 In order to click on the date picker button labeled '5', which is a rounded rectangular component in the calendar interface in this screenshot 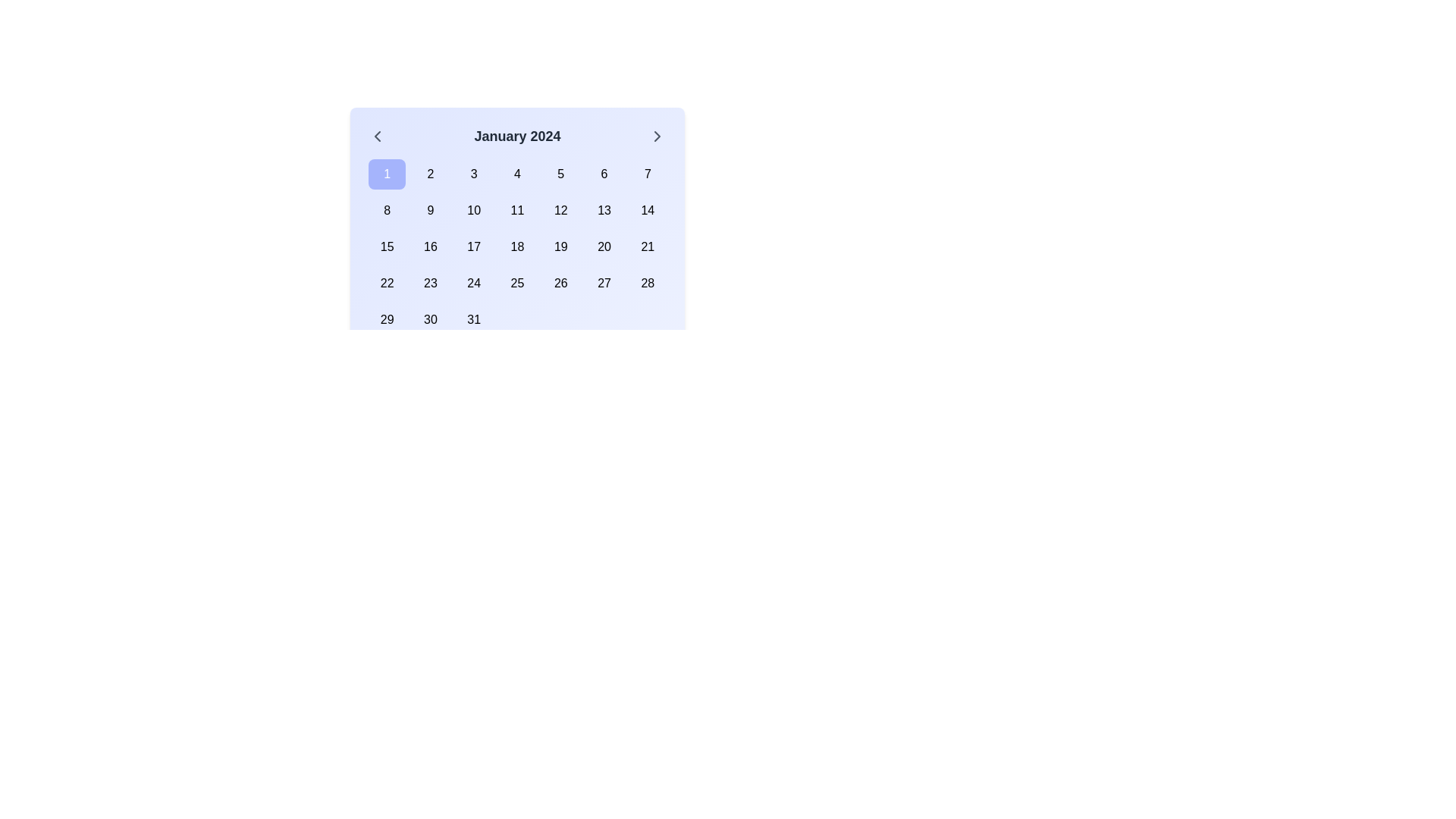, I will do `click(560, 174)`.